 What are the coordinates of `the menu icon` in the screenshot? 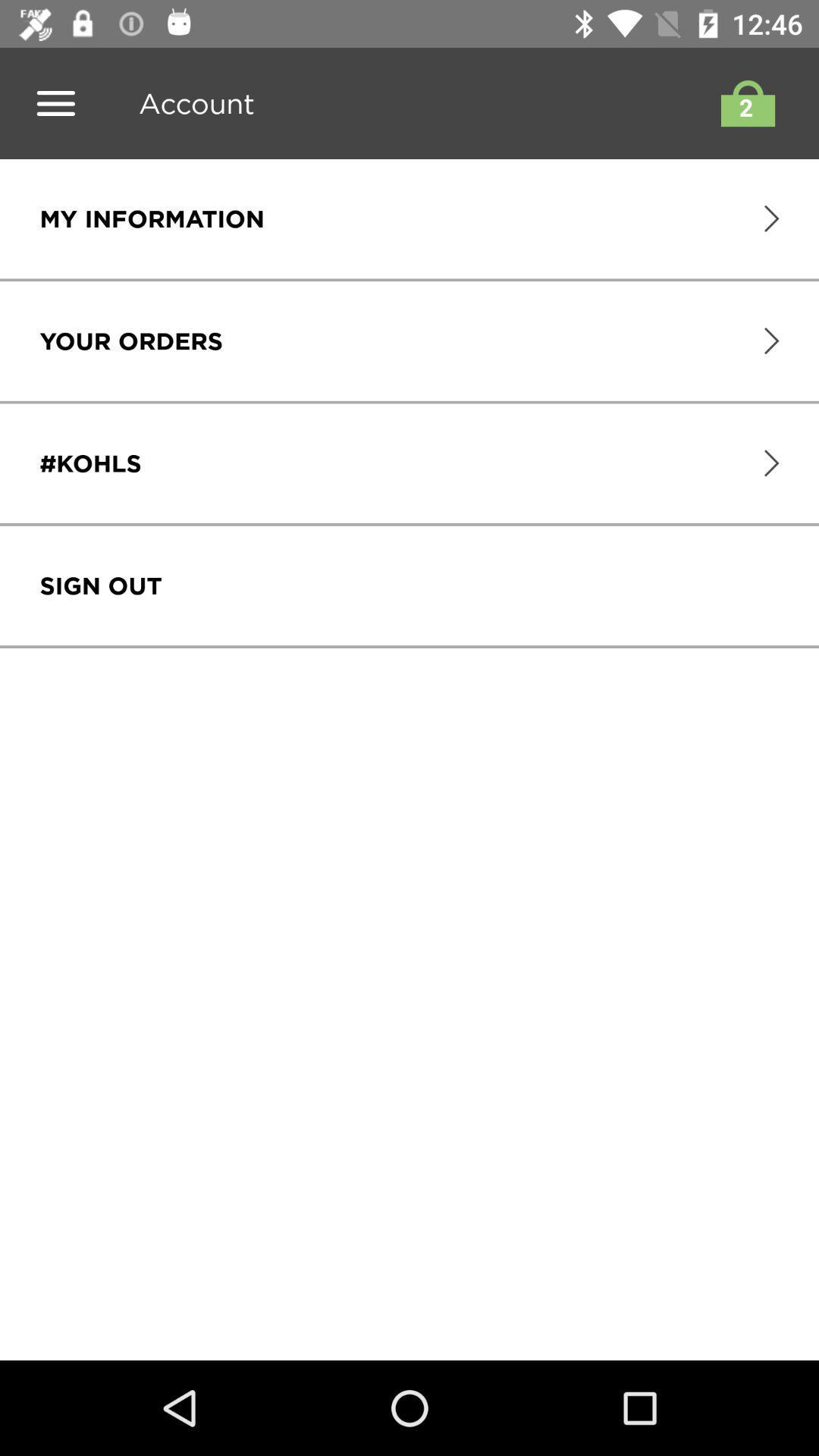 It's located at (55, 102).